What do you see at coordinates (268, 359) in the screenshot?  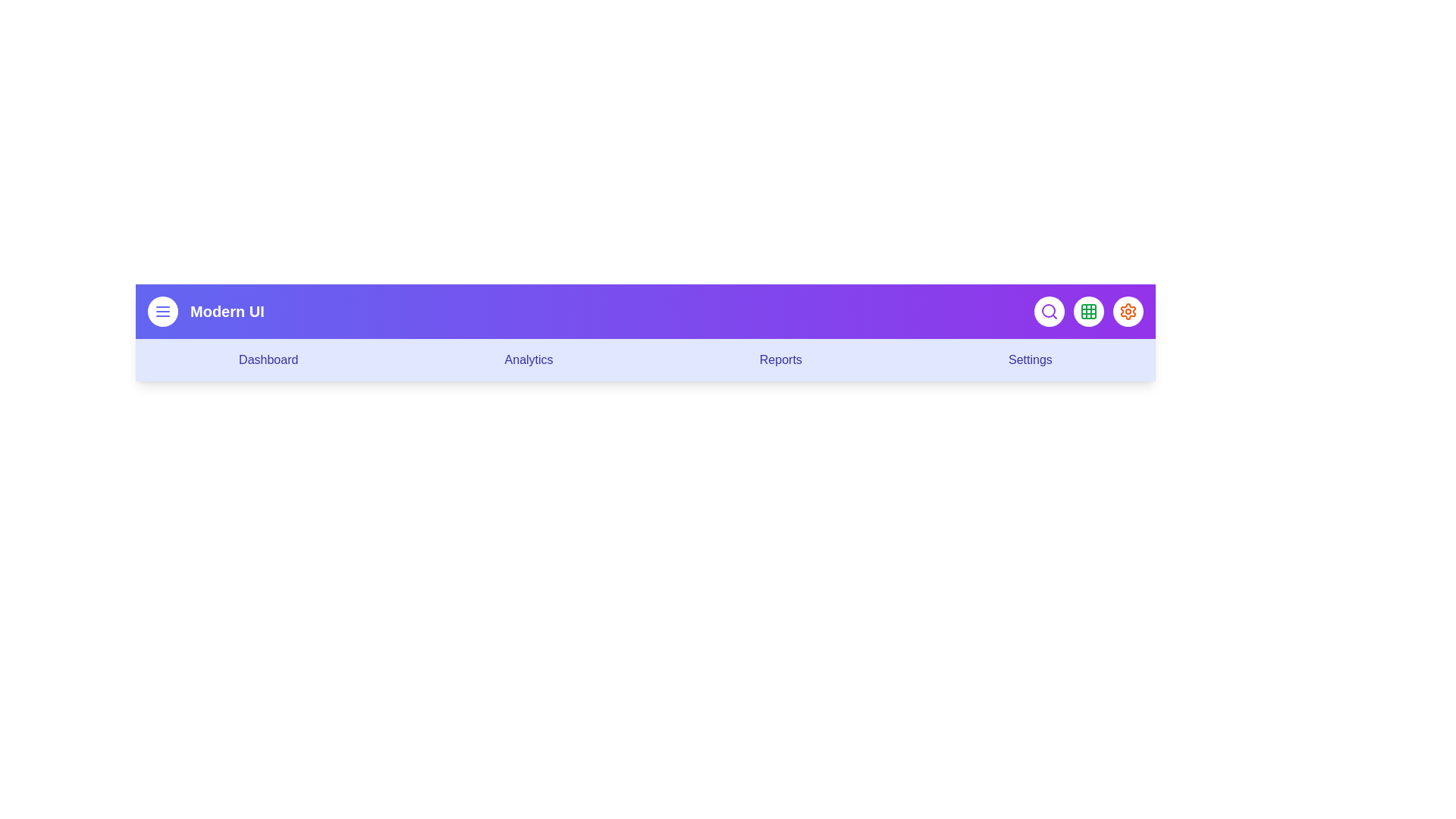 I see `the menu item corresponding to Dashboard` at bounding box center [268, 359].